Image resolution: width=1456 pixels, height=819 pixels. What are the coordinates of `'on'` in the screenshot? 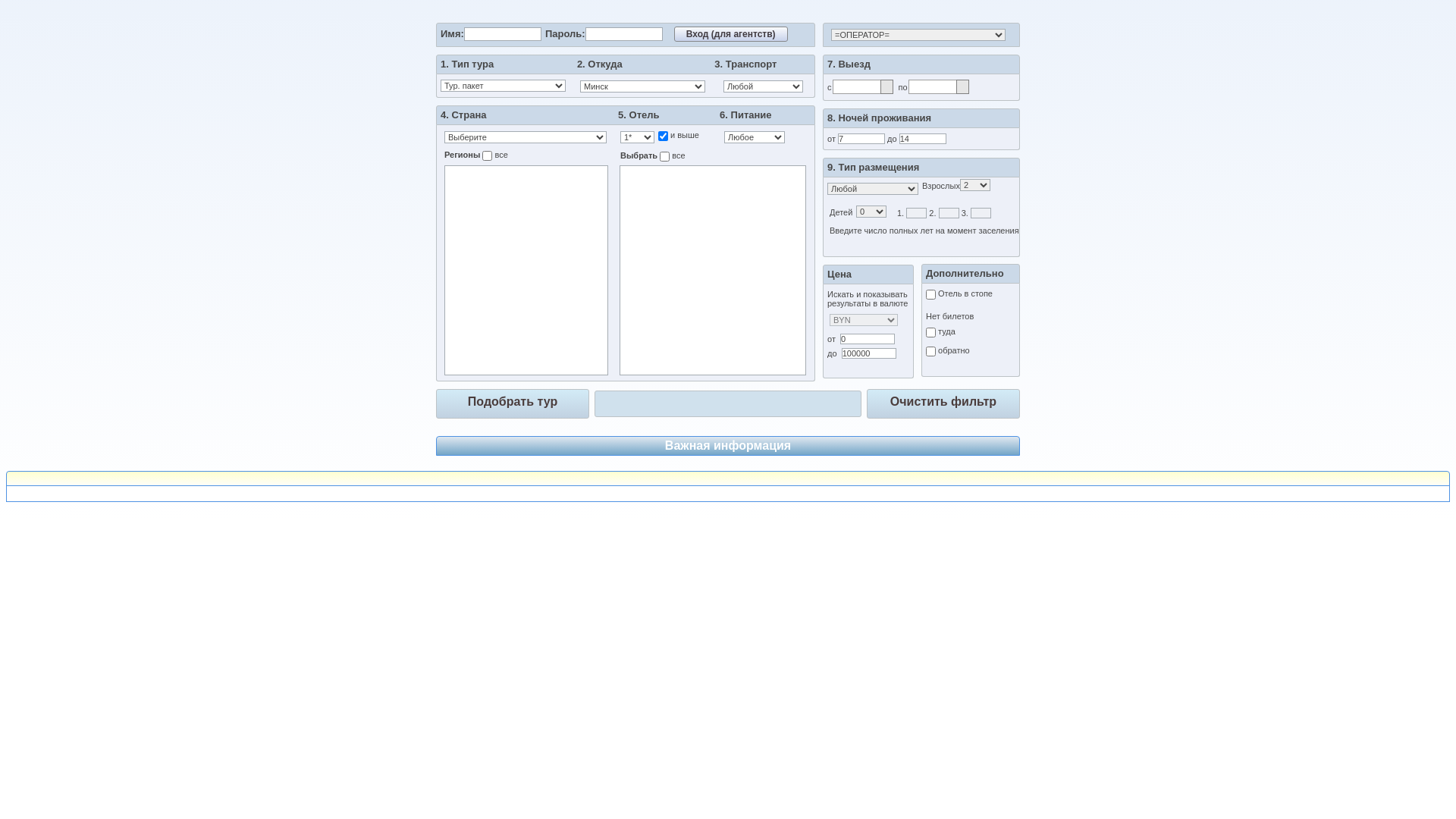 It's located at (664, 156).